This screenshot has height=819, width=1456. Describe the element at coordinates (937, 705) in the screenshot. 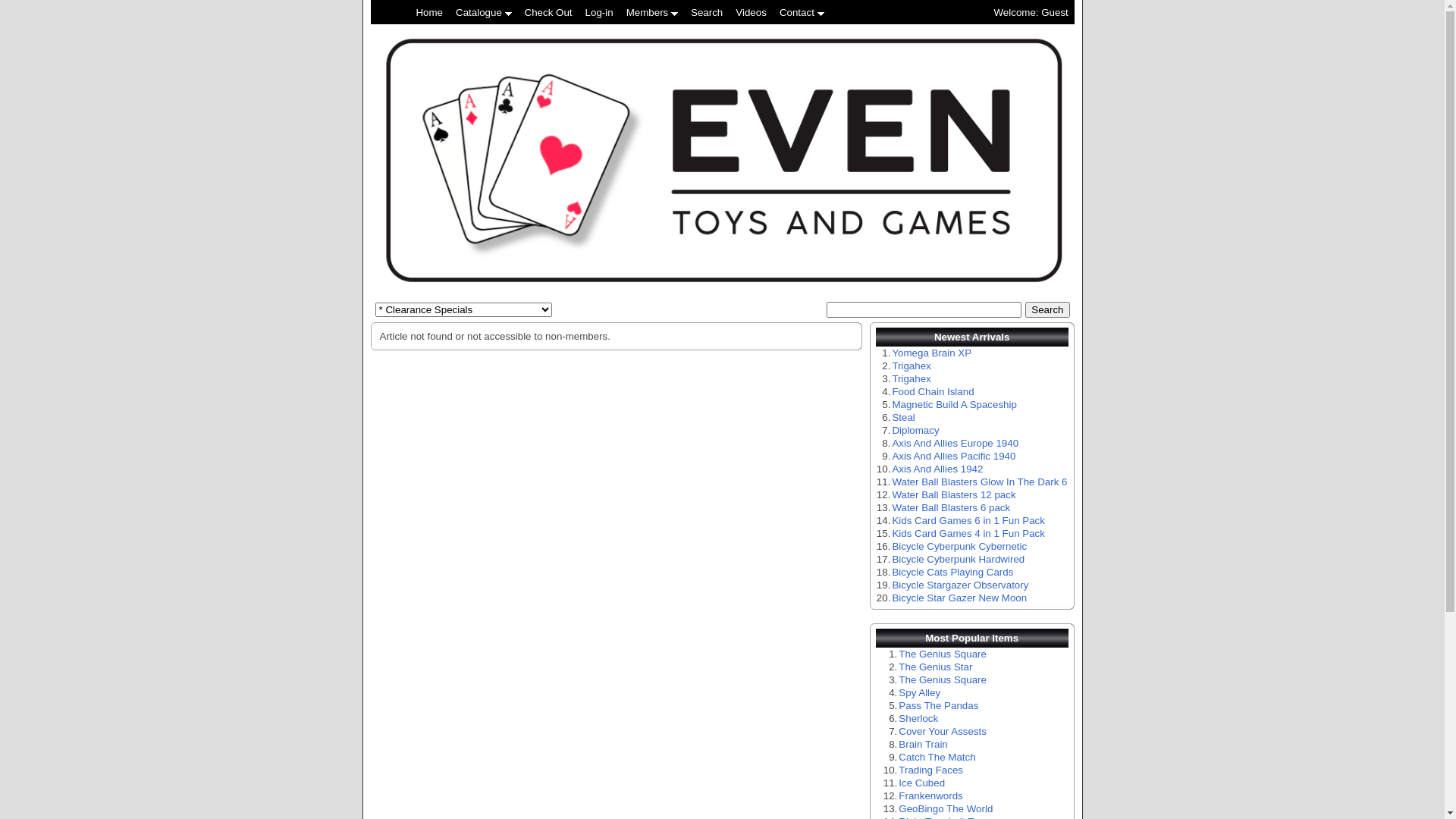

I see `'Pass The Pandas'` at that location.